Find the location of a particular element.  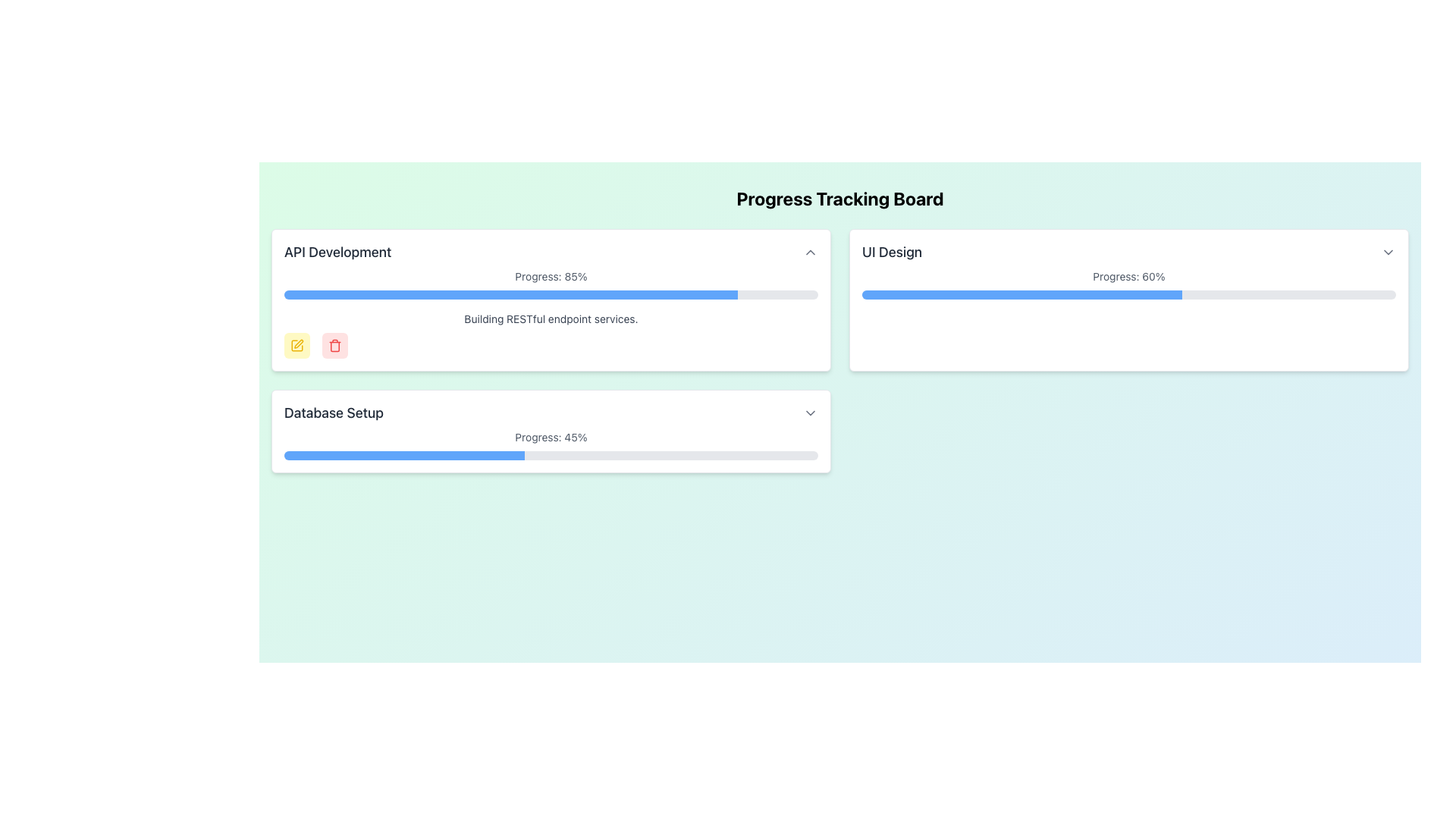

the progress bar is located at coordinates (514, 455).